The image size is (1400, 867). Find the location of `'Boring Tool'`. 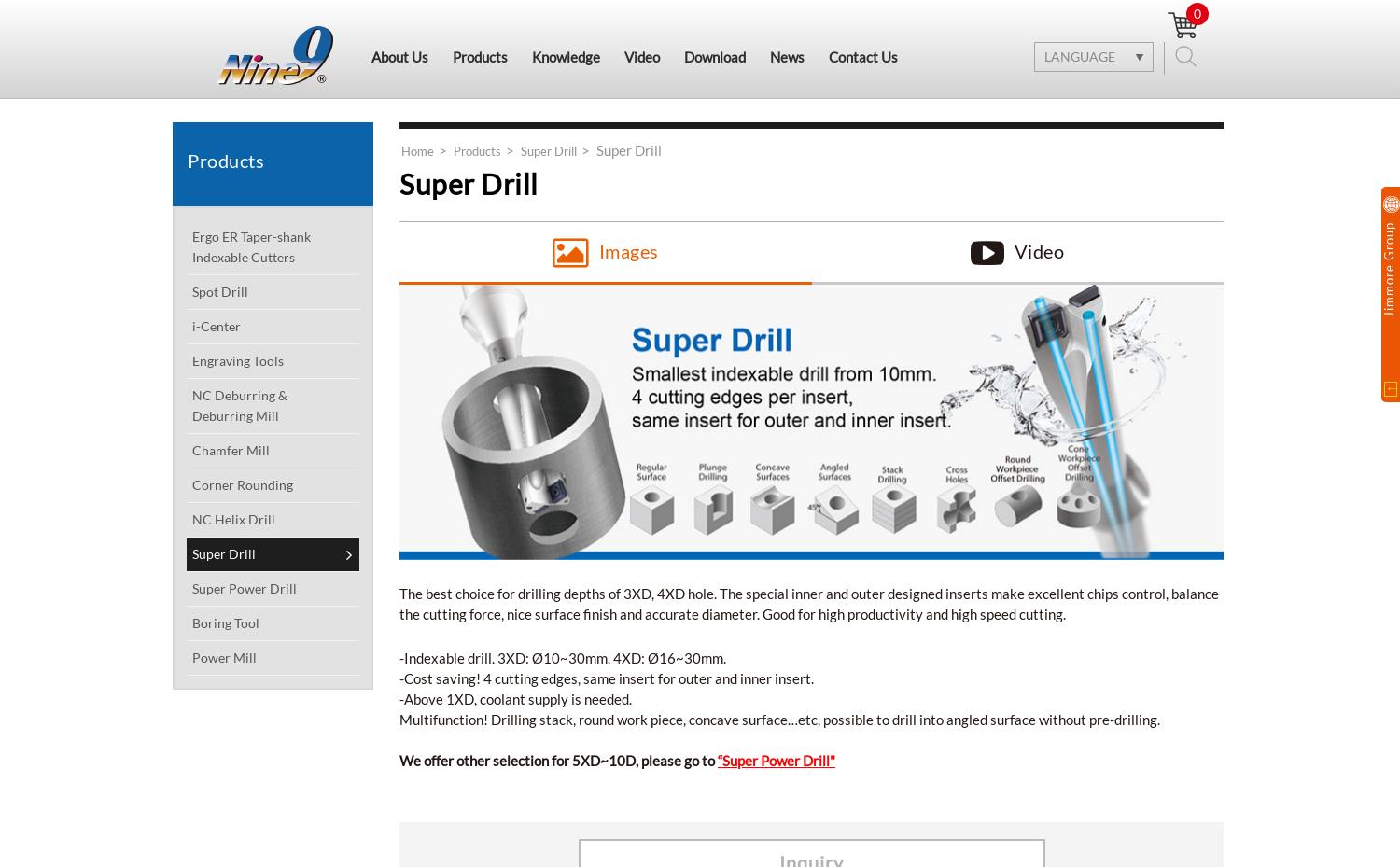

'Boring Tool' is located at coordinates (224, 622).